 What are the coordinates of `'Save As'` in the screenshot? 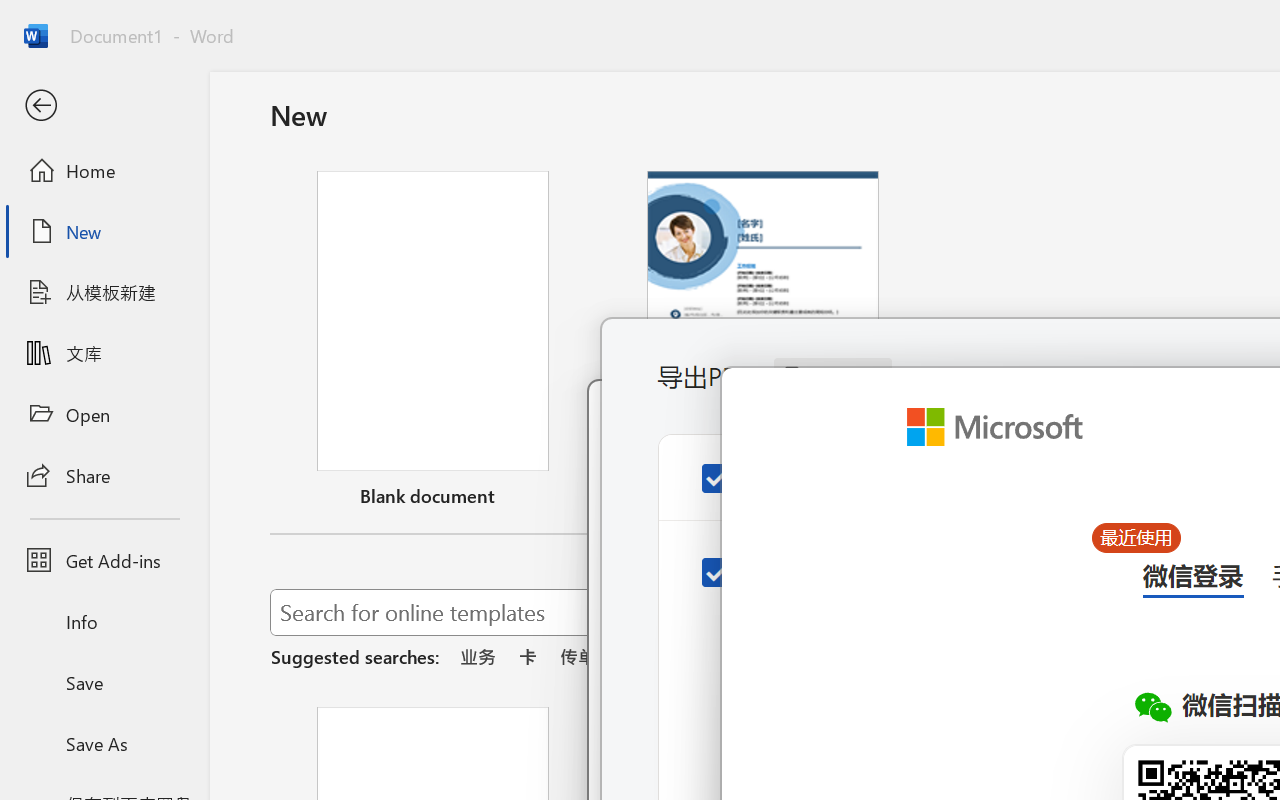 It's located at (103, 743).